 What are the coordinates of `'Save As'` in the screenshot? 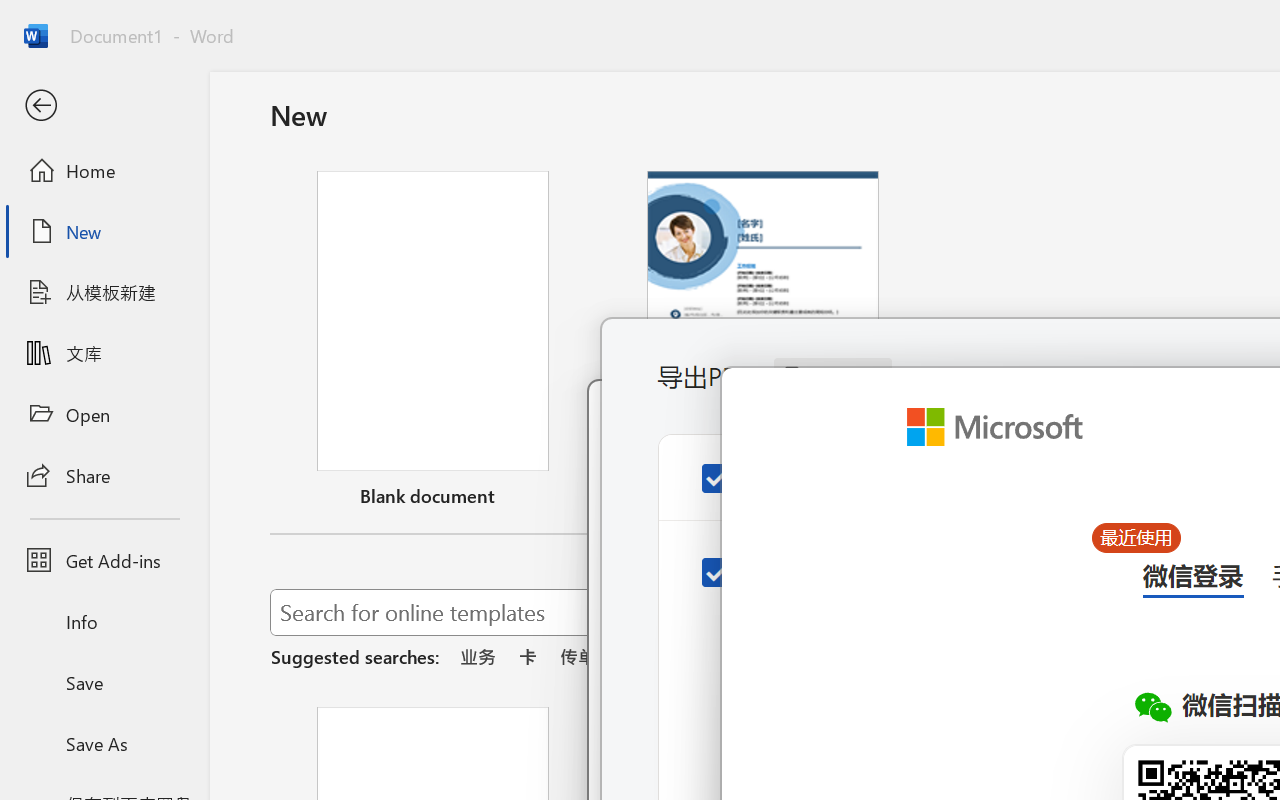 It's located at (103, 743).